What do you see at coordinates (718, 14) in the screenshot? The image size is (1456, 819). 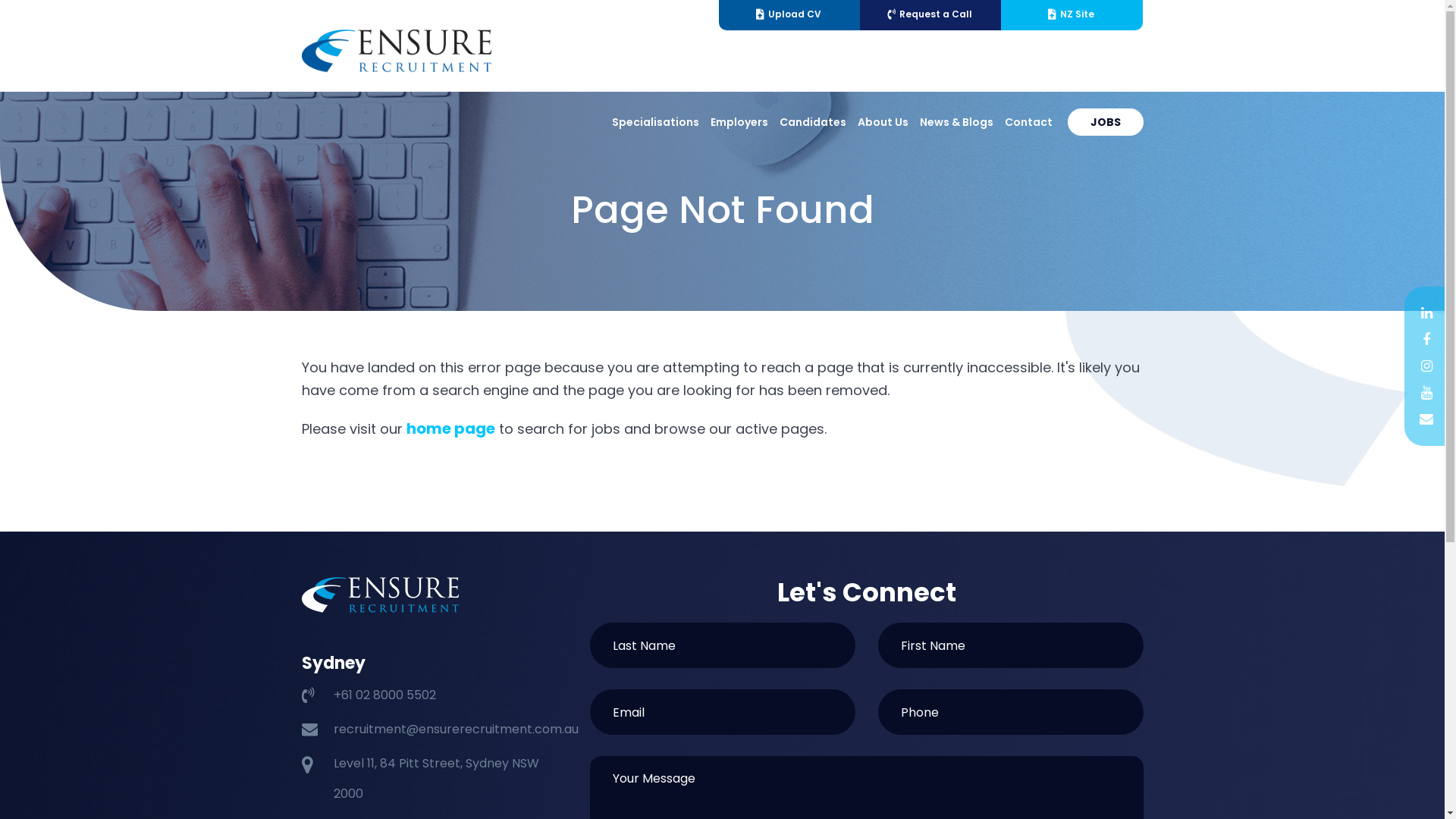 I see `'Upload CV'` at bounding box center [718, 14].